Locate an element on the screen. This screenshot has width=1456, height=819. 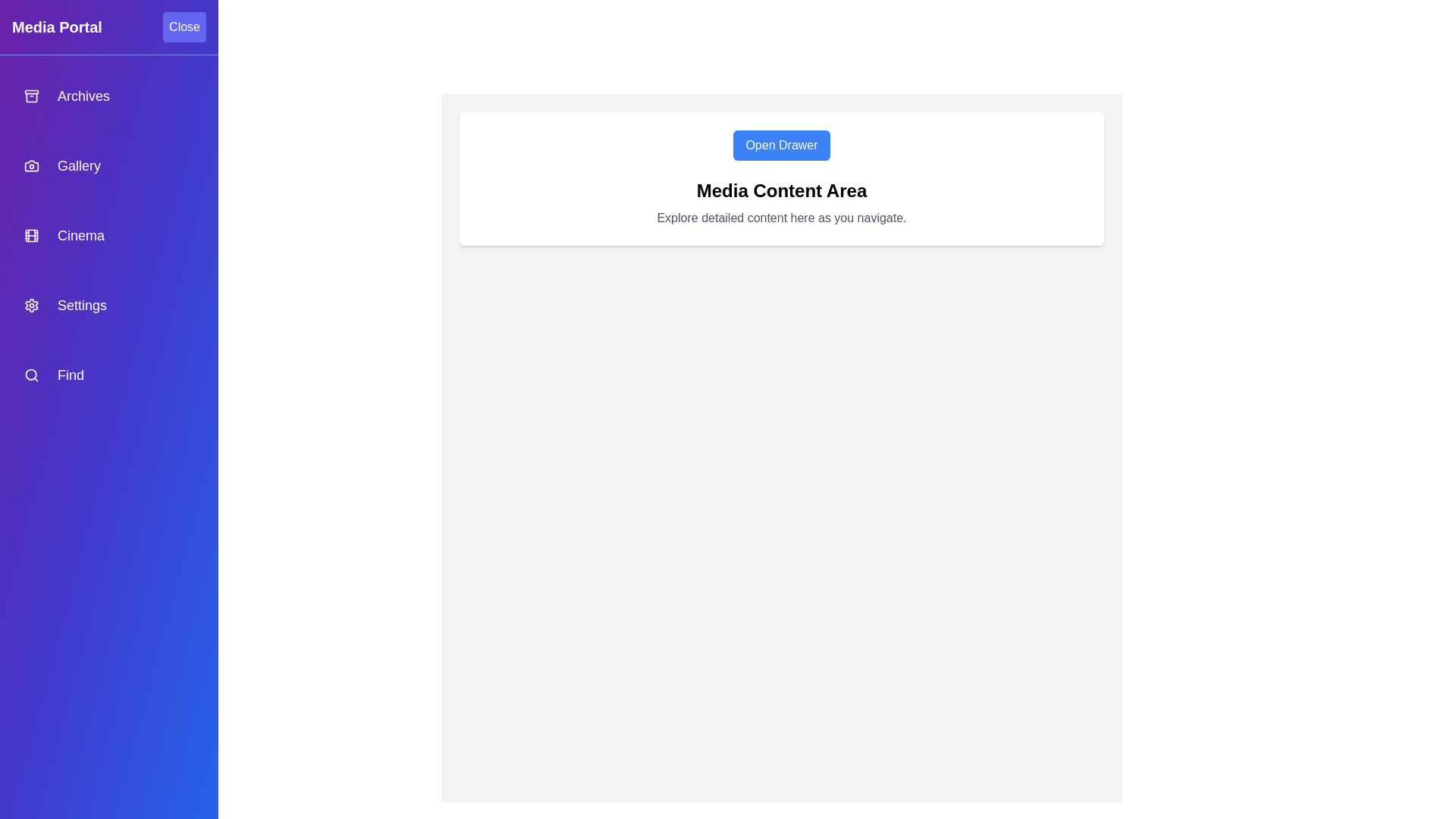
the 'Close' button to close the drawer is located at coordinates (184, 27).